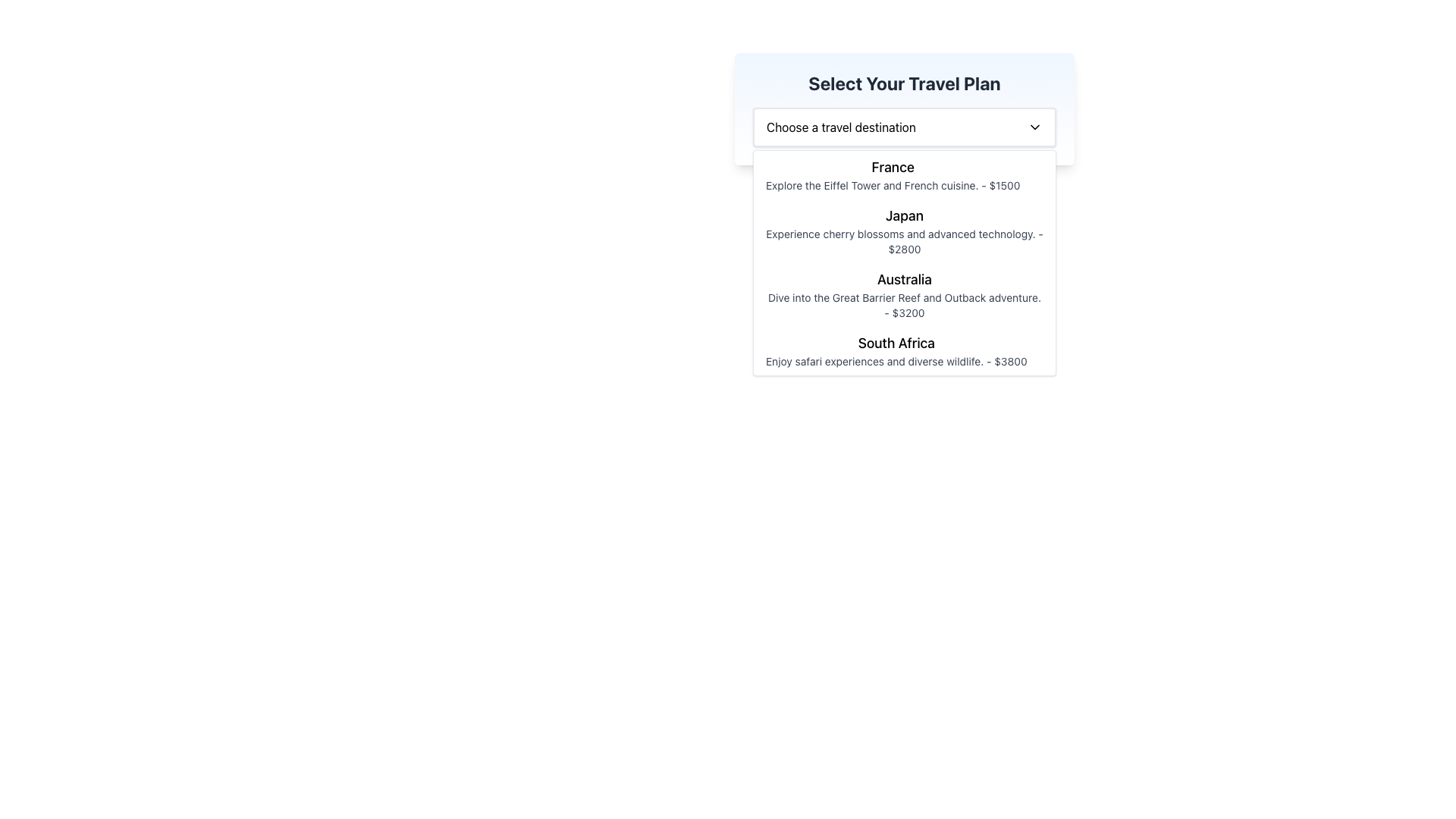  I want to click on the first item in the dropdown menu that provides information about a travel package to France, so click(905, 174).